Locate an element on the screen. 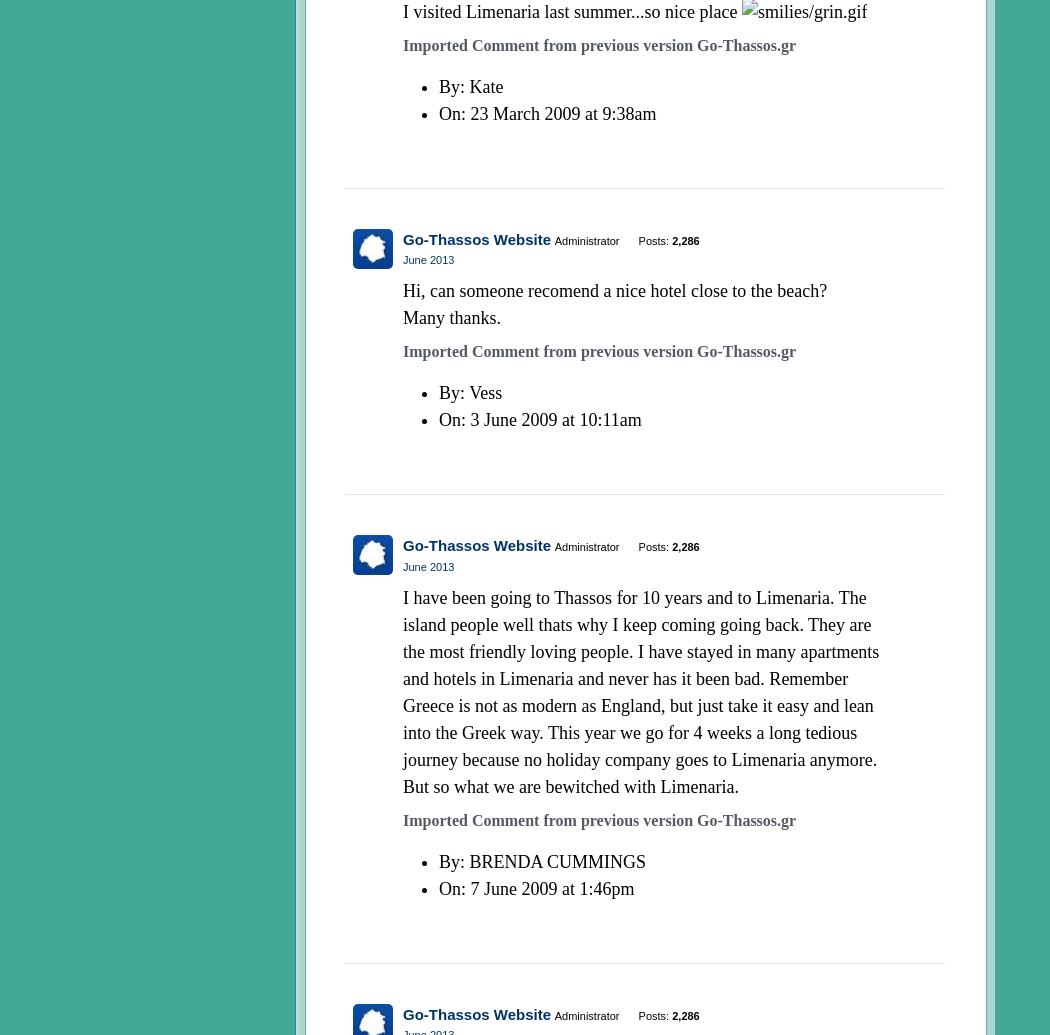 Image resolution: width=1050 pixels, height=1035 pixels. ': BRENDA CUMMINGS' is located at coordinates (553, 860).